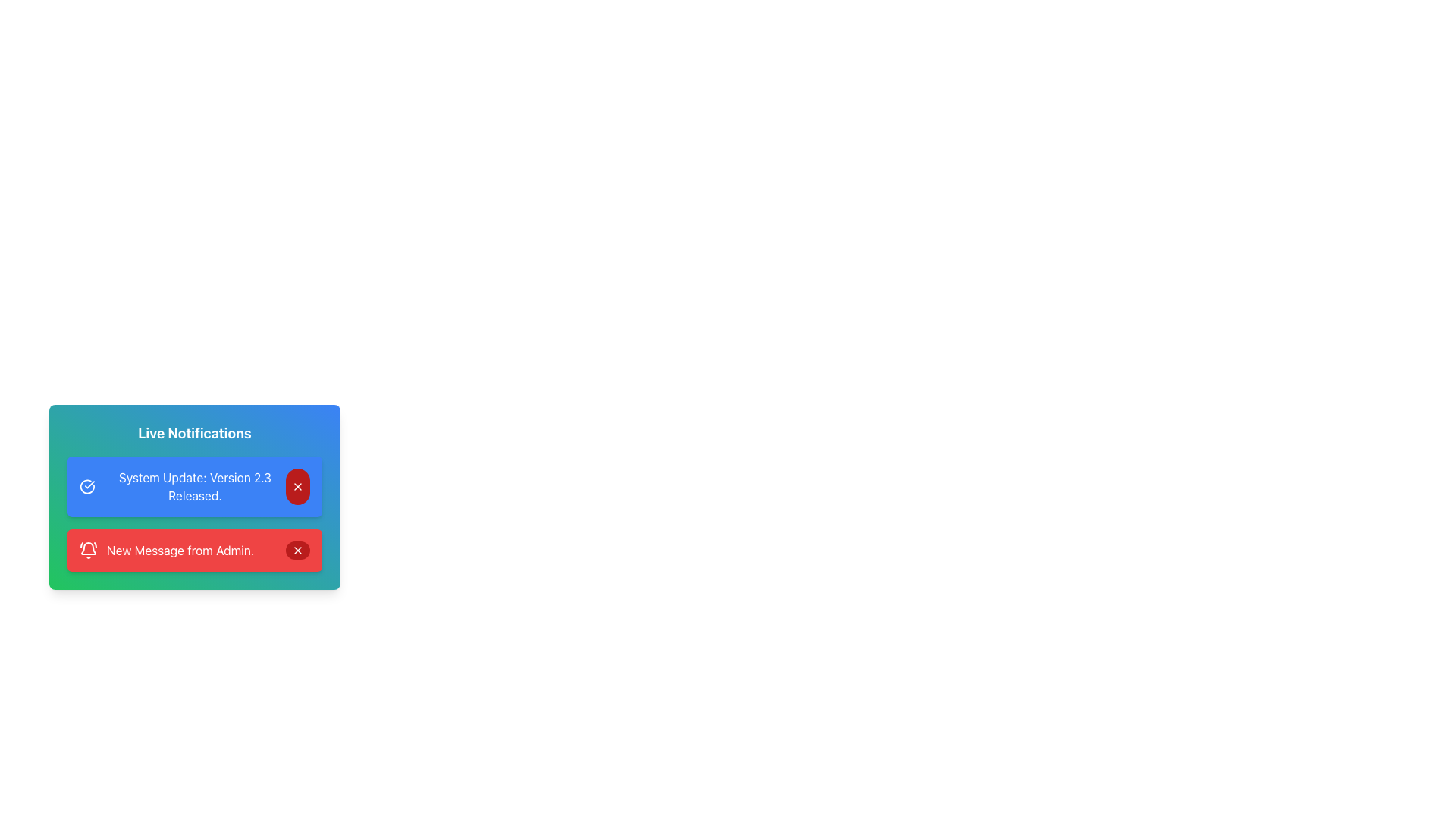 Image resolution: width=1456 pixels, height=819 pixels. Describe the element at coordinates (86, 486) in the screenshot. I see `the Decorative icon that represents the status or confirmation of the notification labeled 'System Update: Version 2.3 Released.' This icon is the leftmost component of the notification layout` at that location.